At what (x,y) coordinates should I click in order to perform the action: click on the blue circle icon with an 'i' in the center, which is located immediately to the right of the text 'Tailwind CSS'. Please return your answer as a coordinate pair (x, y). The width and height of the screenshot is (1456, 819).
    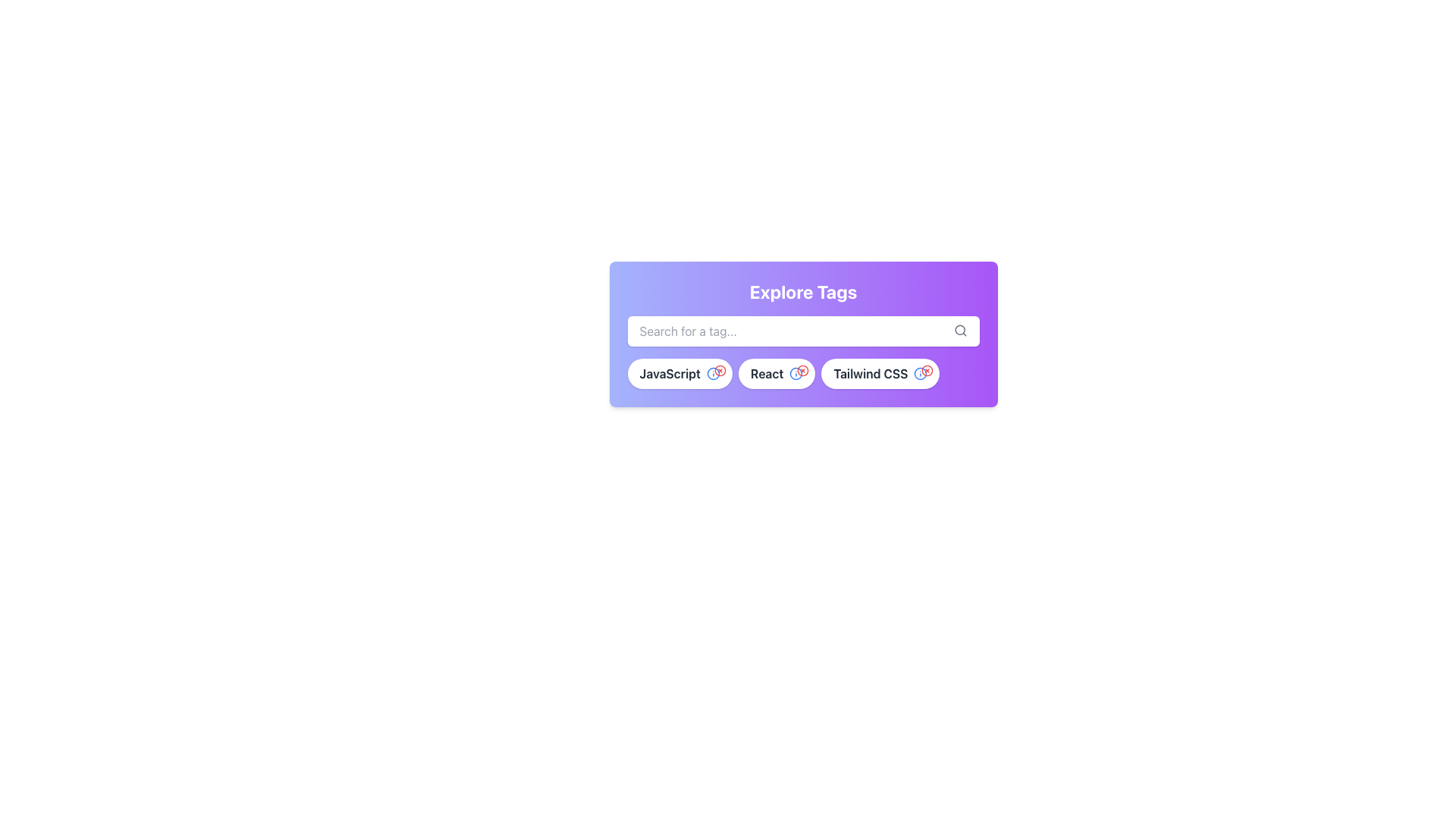
    Looking at the image, I should click on (920, 374).